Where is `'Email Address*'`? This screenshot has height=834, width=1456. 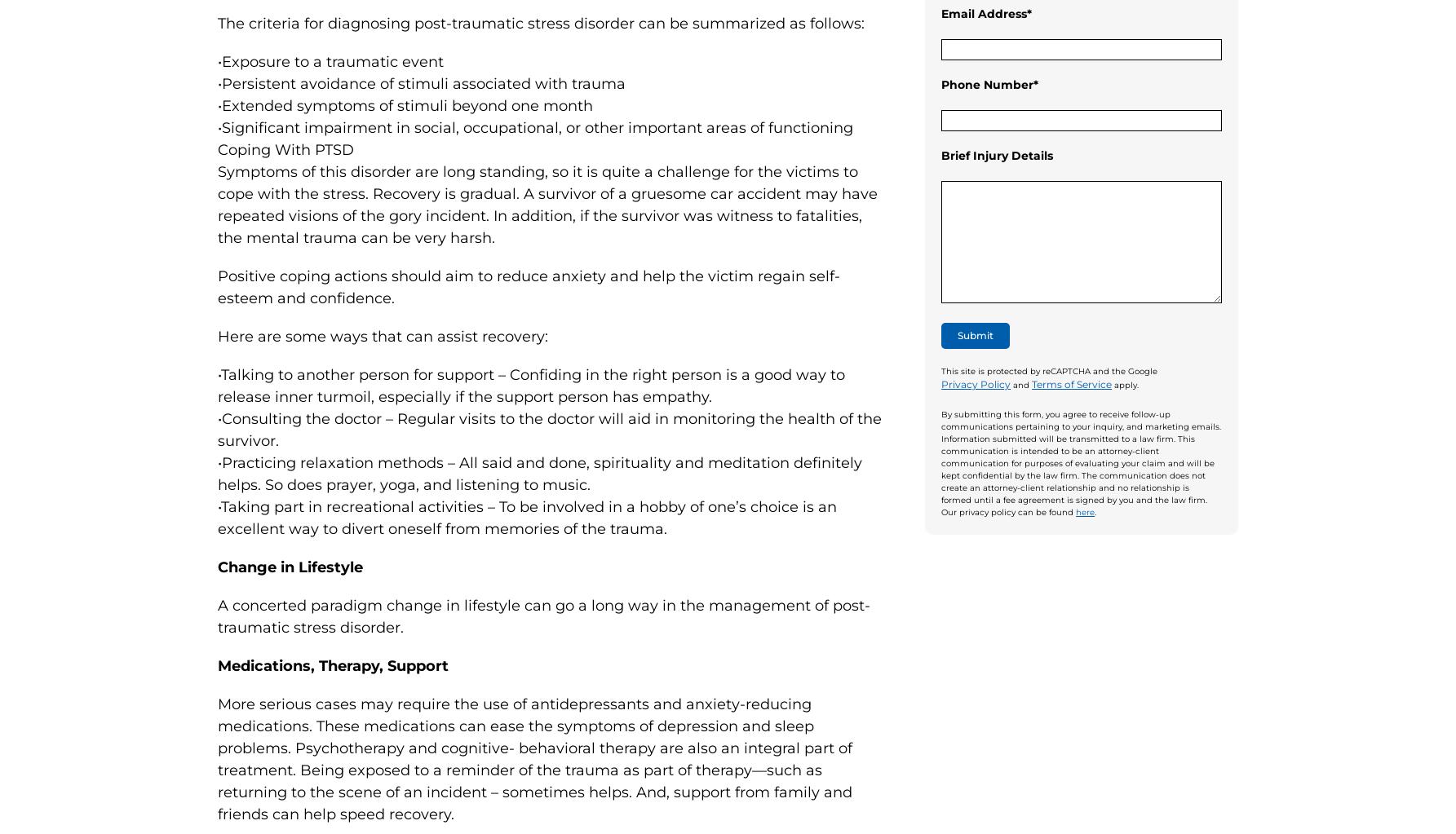
'Email Address*' is located at coordinates (985, 13).